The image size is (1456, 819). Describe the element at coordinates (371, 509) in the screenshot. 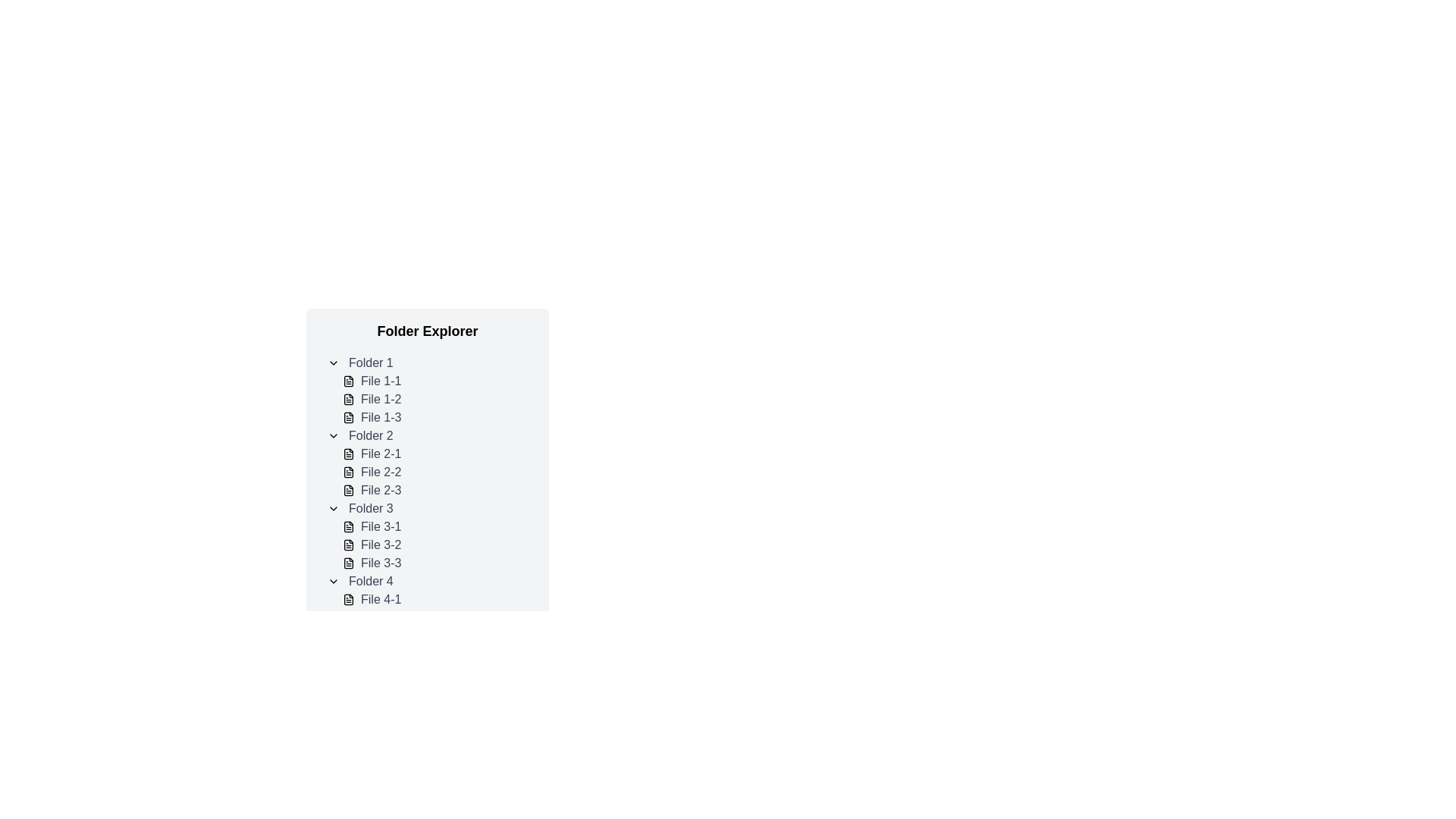

I see `the text label representing the folder in the file structure interface` at that location.